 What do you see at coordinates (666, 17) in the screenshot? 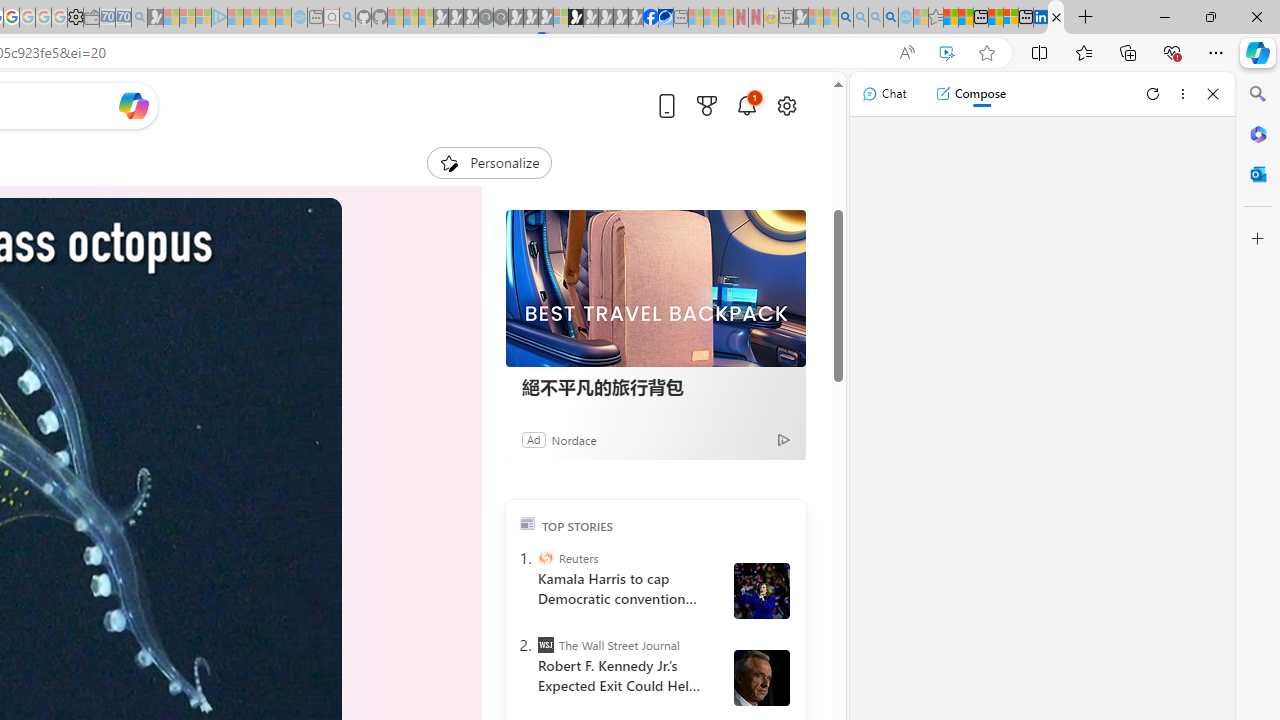
I see `'AQI & Health | AirNow.gov'` at bounding box center [666, 17].